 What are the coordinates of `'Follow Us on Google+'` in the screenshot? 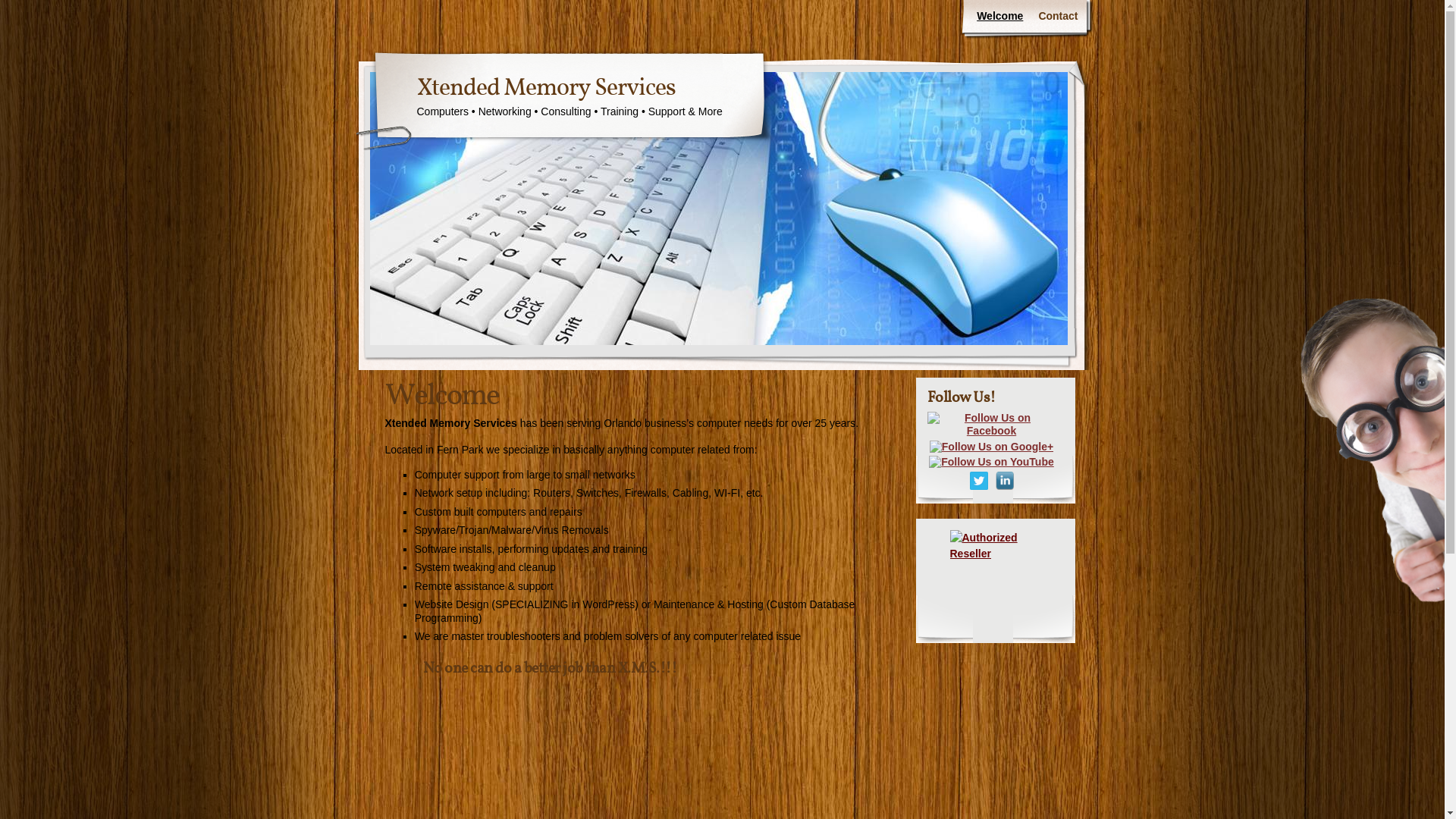 It's located at (991, 446).